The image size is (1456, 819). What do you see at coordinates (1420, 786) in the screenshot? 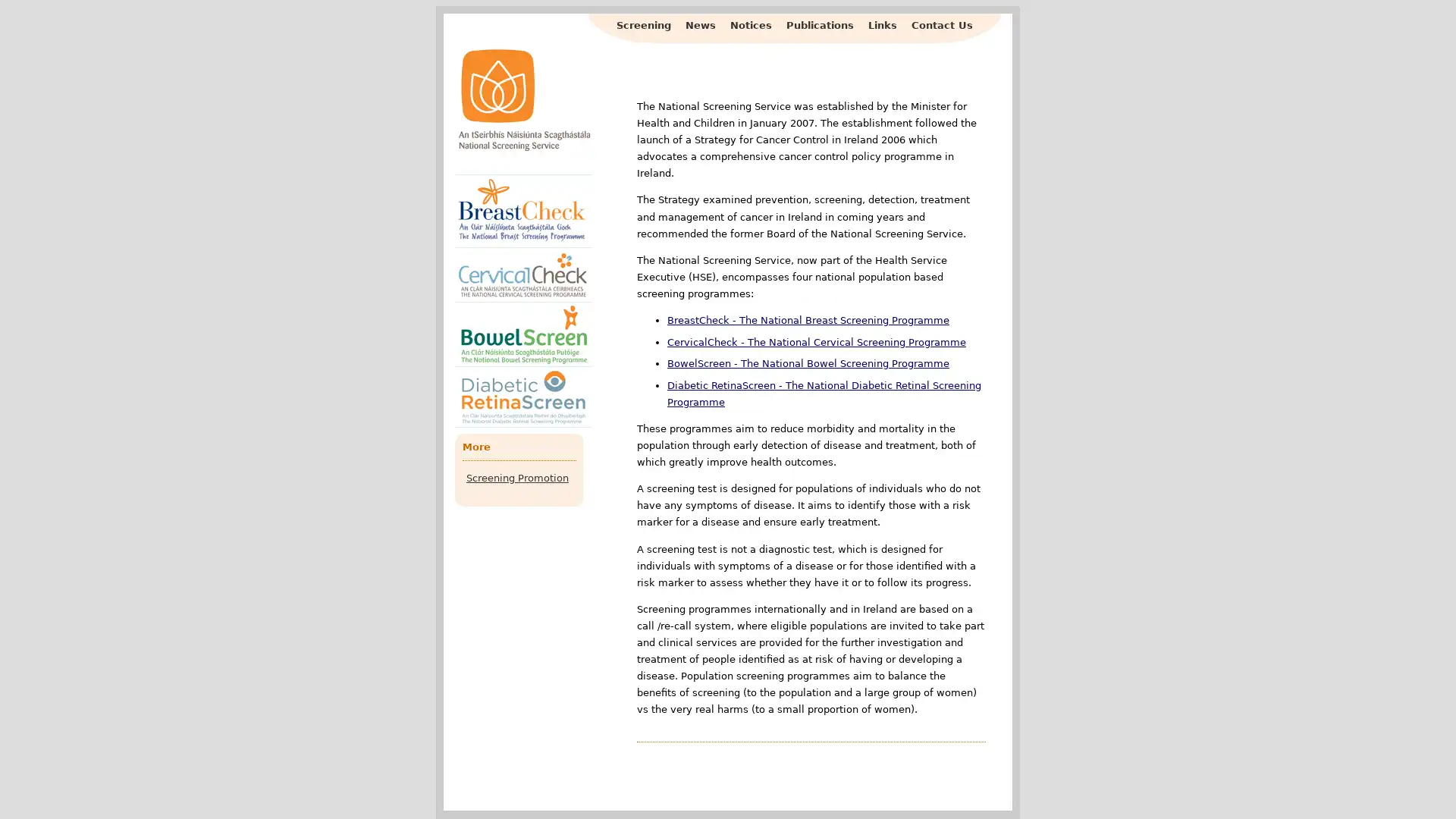
I see `Close` at bounding box center [1420, 786].